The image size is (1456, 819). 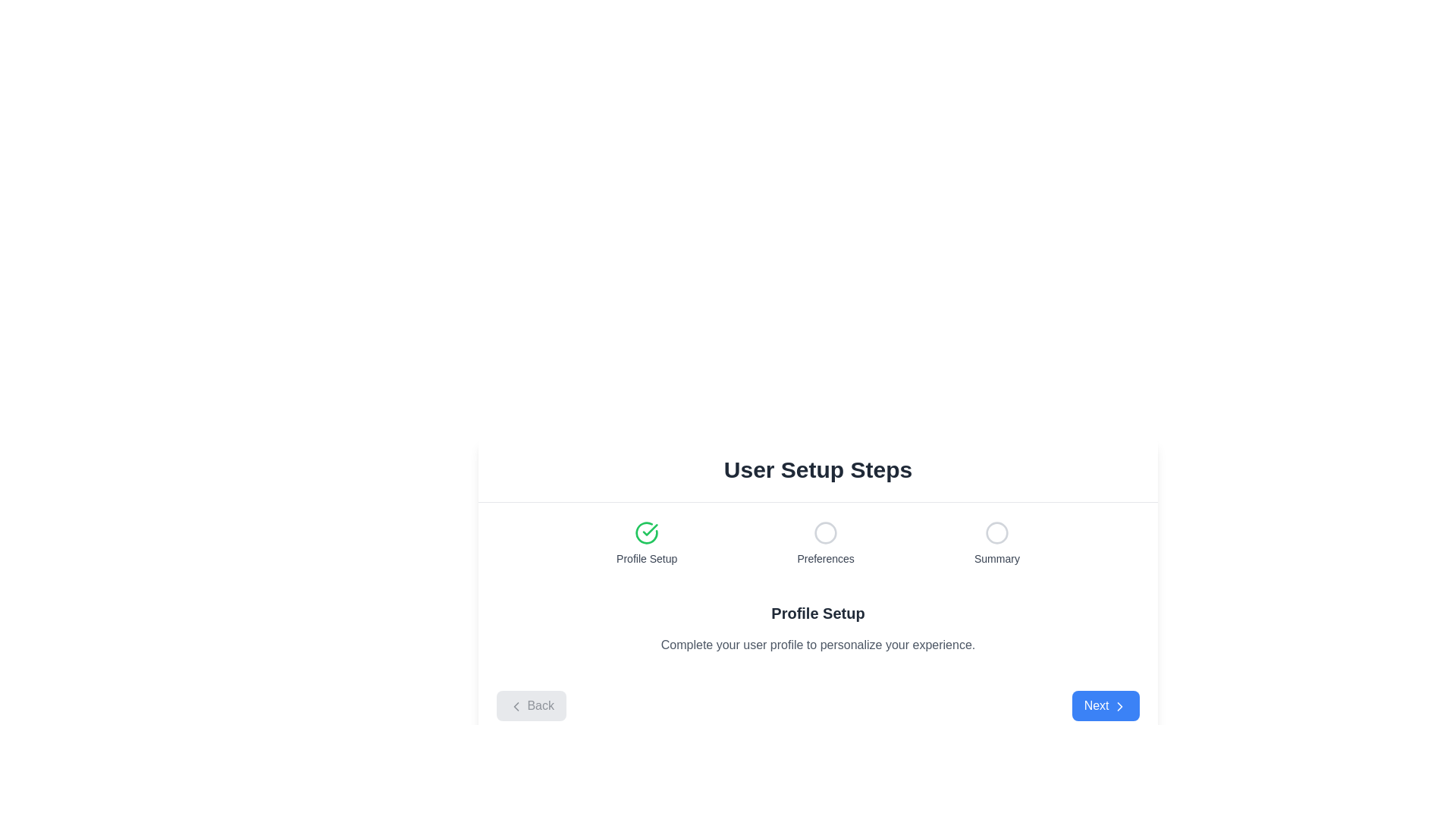 What do you see at coordinates (647, 532) in the screenshot?
I see `the circular icon with a green outline and a checkmark, which signifies completion, located above the 'Profile Setup' text in the top-center region of the interface` at bounding box center [647, 532].